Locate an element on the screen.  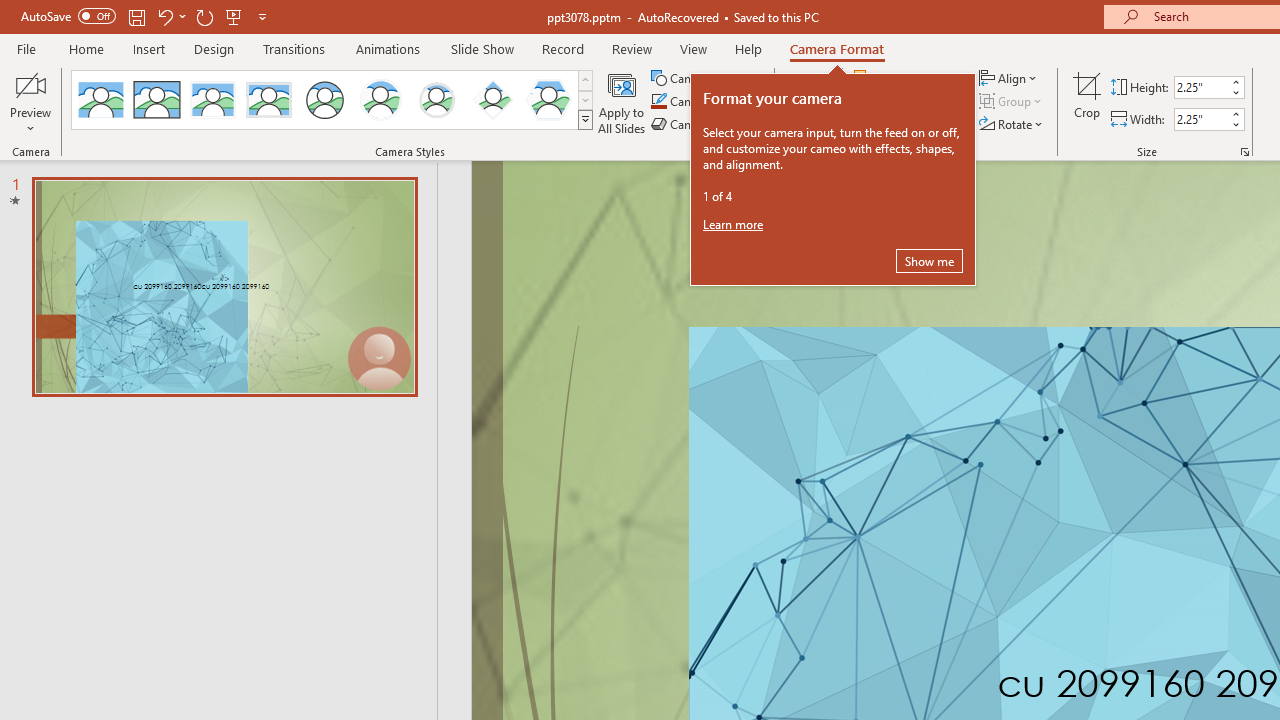
'Simple Frame Circle' is located at coordinates (325, 100).